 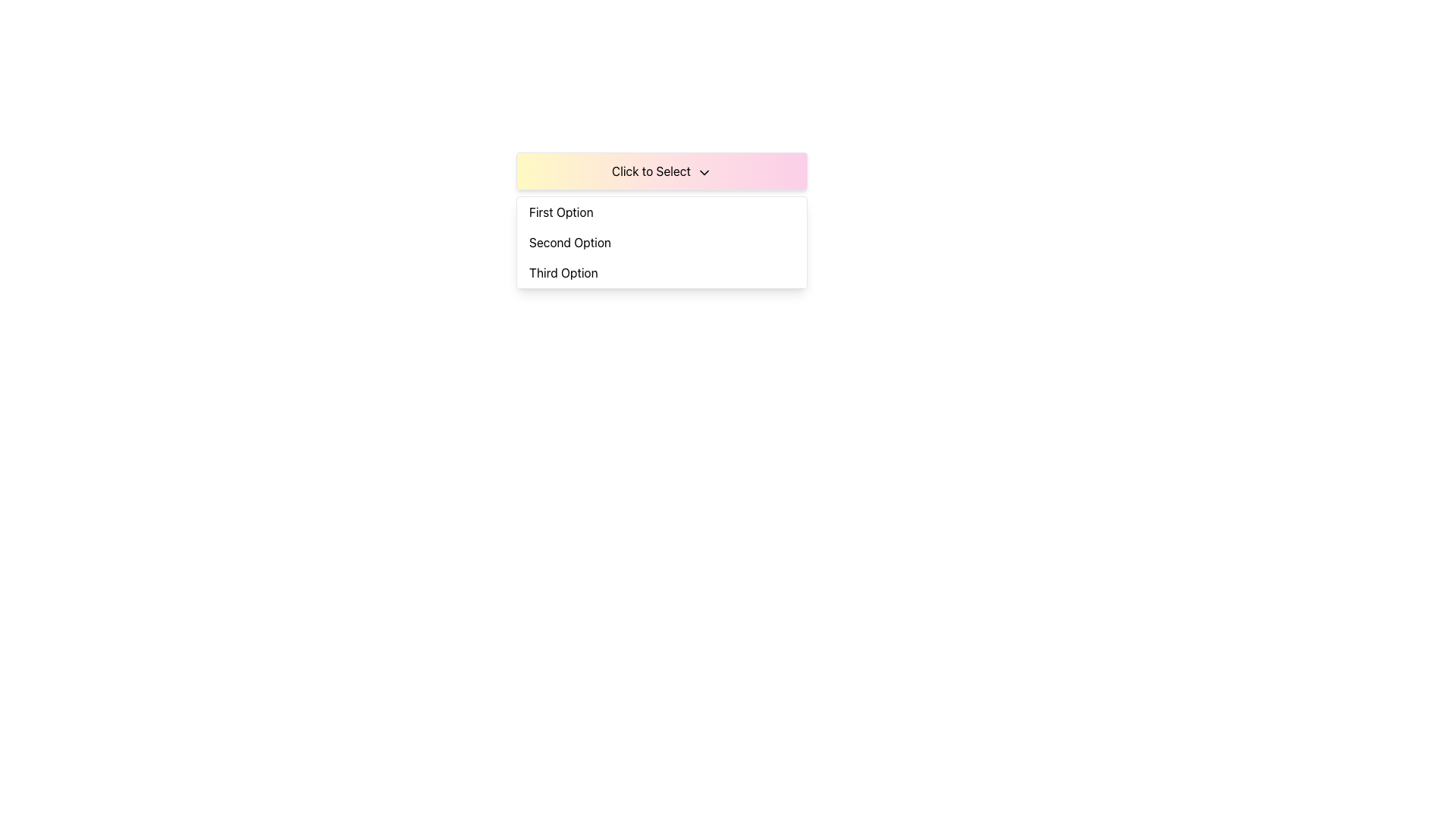 What do you see at coordinates (704, 171) in the screenshot?
I see `the dropdown menu icon located to the right of the 'Click` at bounding box center [704, 171].